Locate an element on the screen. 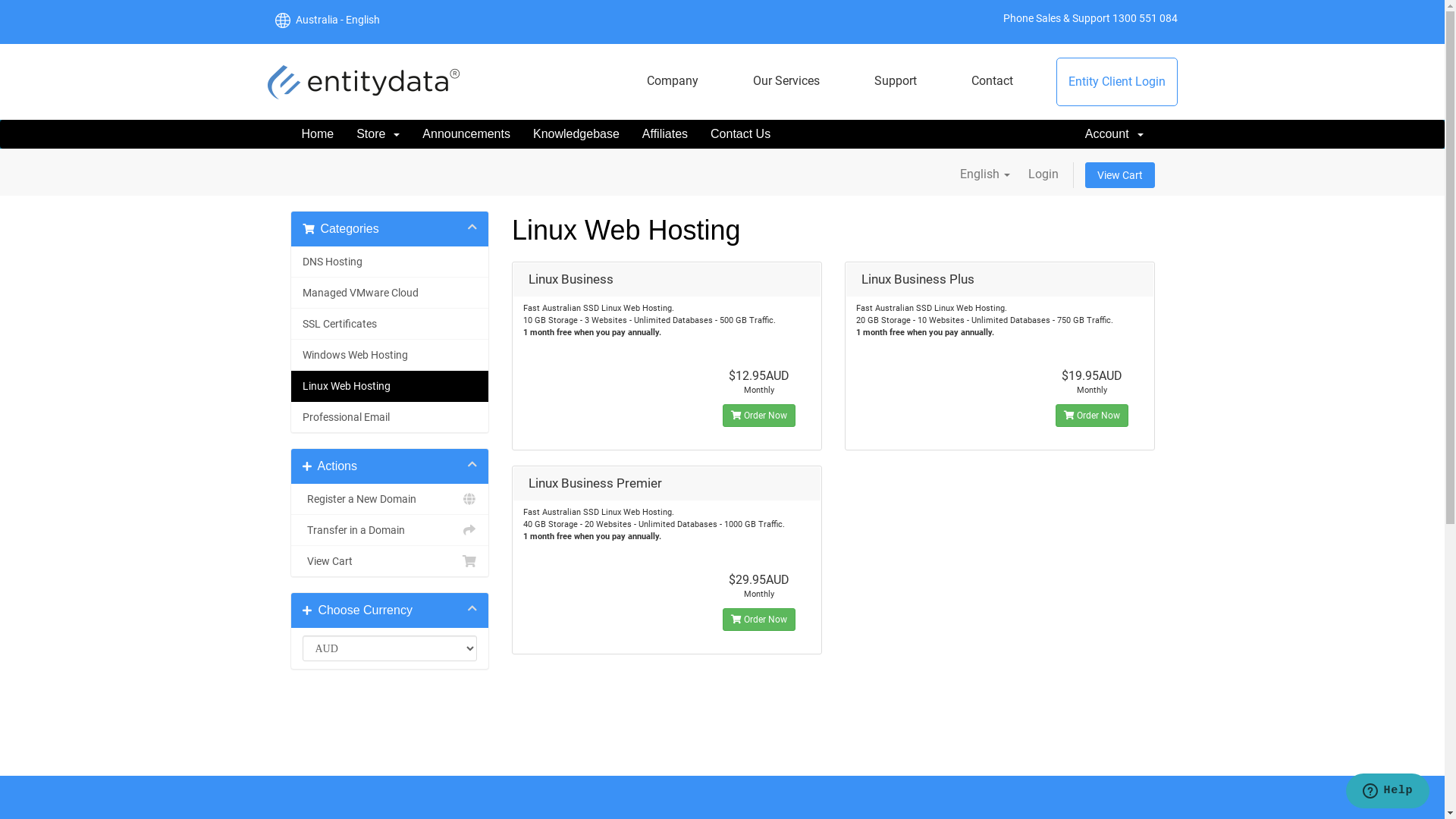 This screenshot has height=819, width=1456. 'Store  ' is located at coordinates (344, 133).